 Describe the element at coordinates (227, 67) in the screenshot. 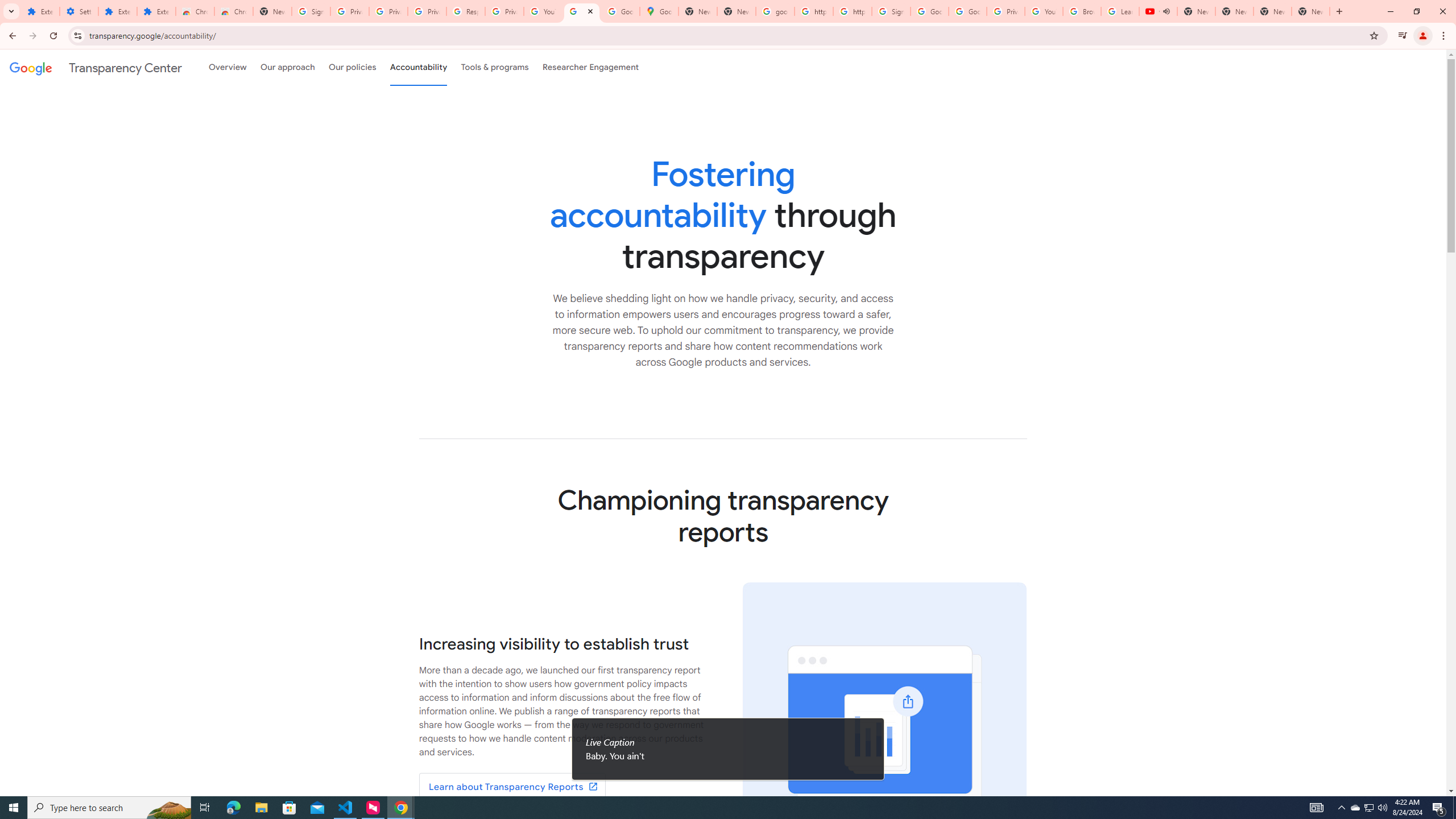

I see `'Overview'` at that location.